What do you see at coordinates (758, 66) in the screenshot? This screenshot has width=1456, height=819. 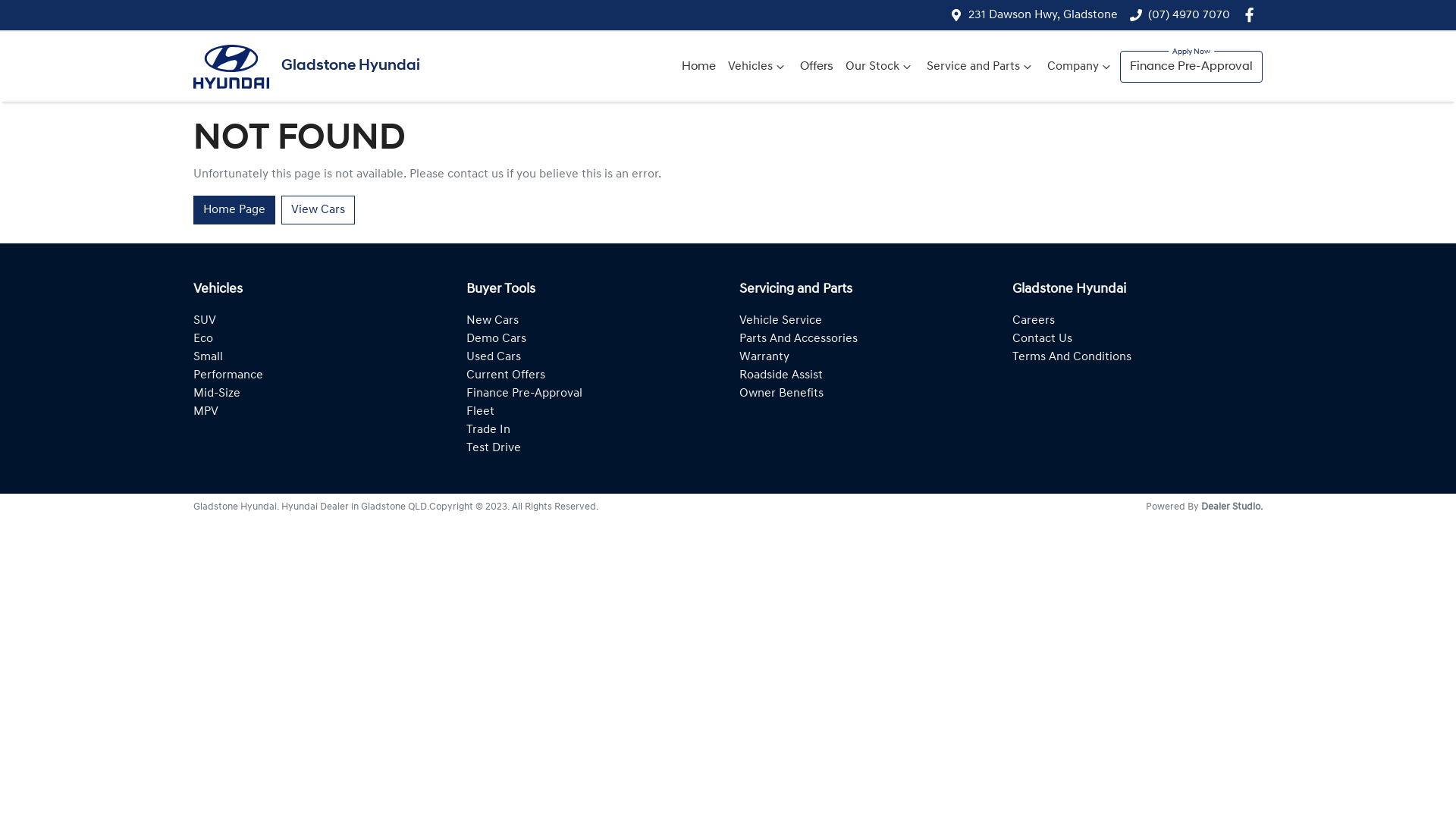 I see `'Vehicles'` at bounding box center [758, 66].